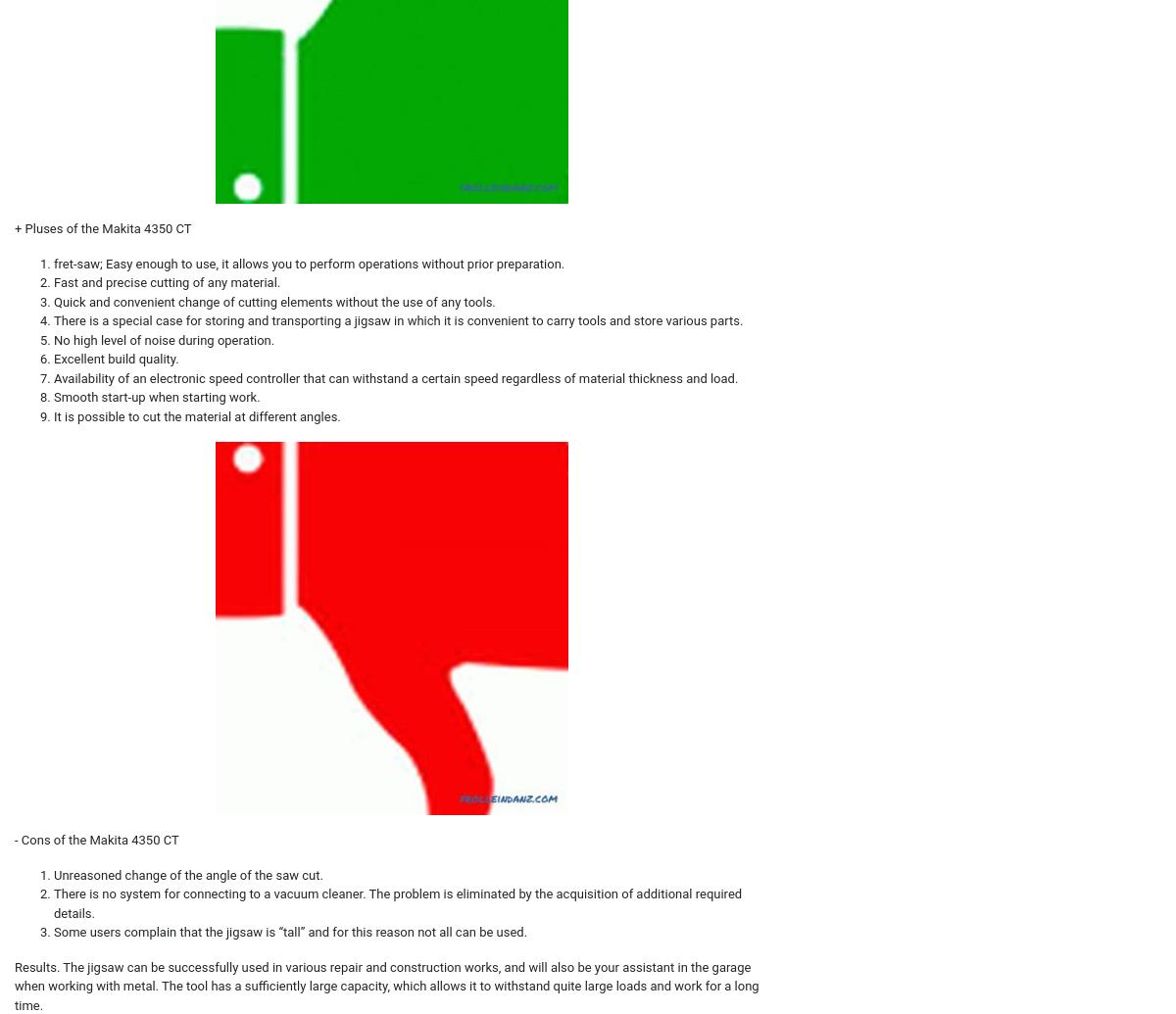  Describe the element at coordinates (166, 282) in the screenshot. I see `'Fast and precise cutting of any material.'` at that location.